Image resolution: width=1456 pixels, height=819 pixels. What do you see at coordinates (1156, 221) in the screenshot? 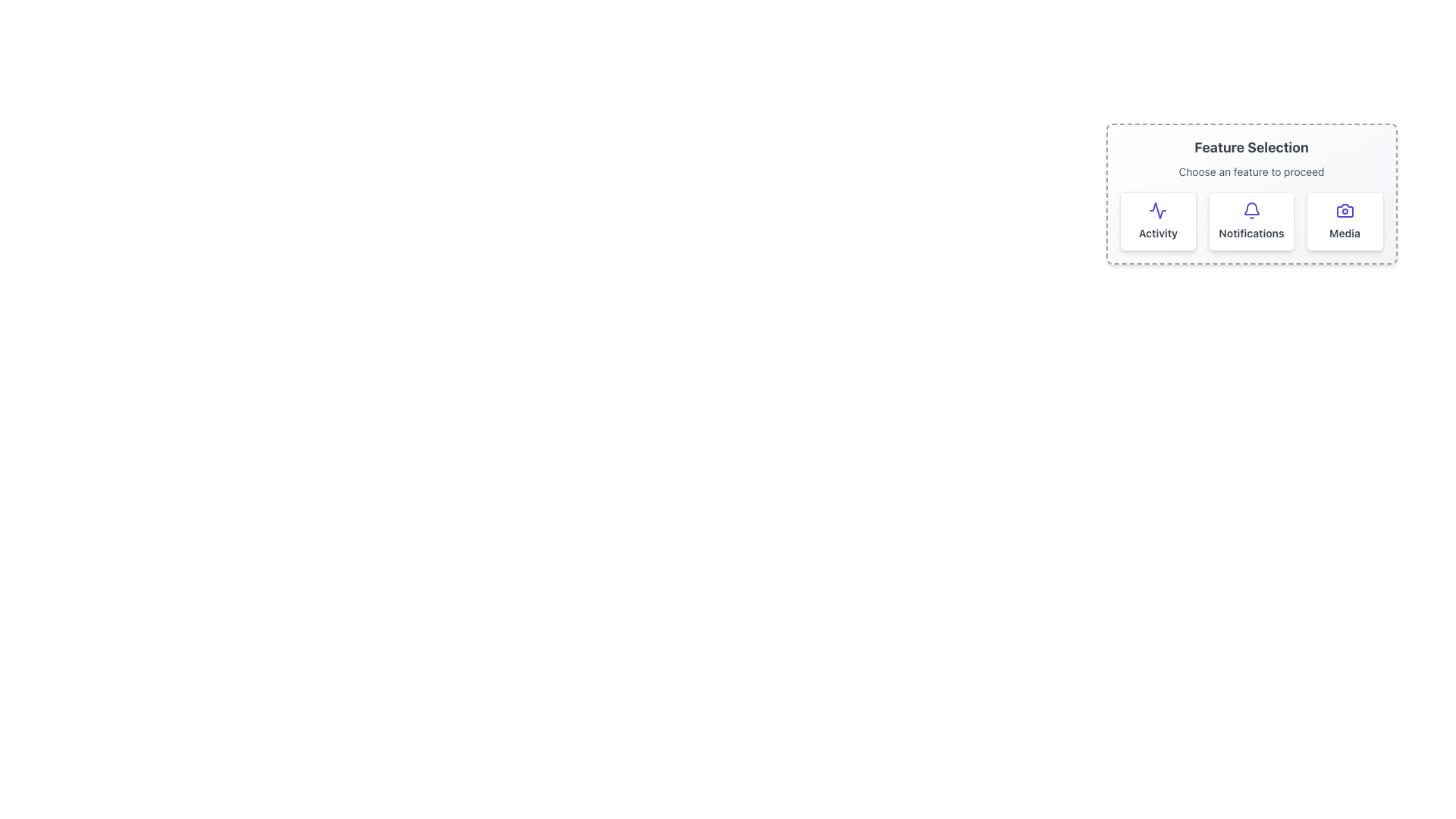
I see `the 'Activity' button located at the top left corner of the menu` at bounding box center [1156, 221].